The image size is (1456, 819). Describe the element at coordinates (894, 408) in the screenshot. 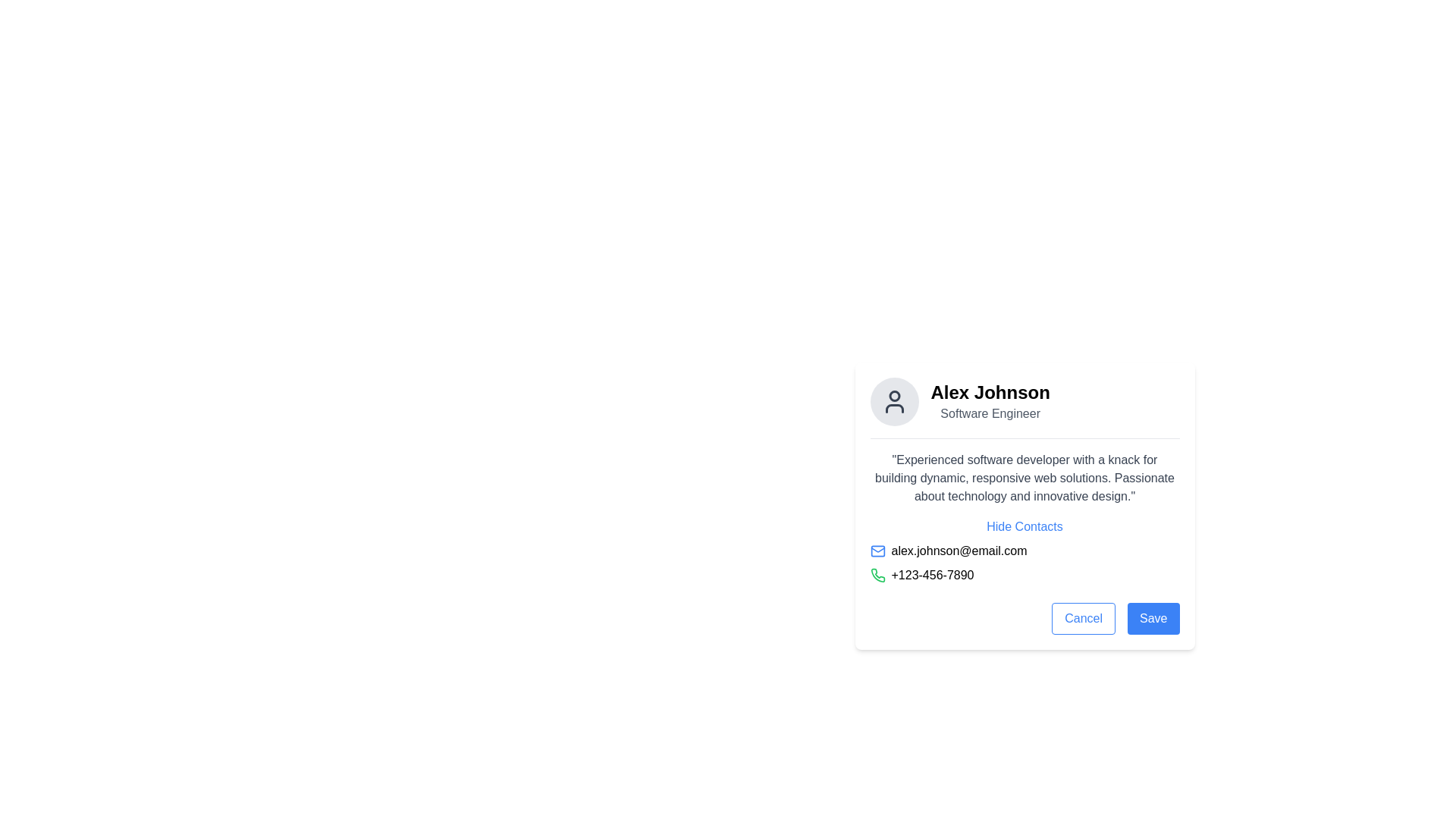

I see `the torso icon element of the user avatar, which is a simplified graphical depiction located below the user's head` at that location.